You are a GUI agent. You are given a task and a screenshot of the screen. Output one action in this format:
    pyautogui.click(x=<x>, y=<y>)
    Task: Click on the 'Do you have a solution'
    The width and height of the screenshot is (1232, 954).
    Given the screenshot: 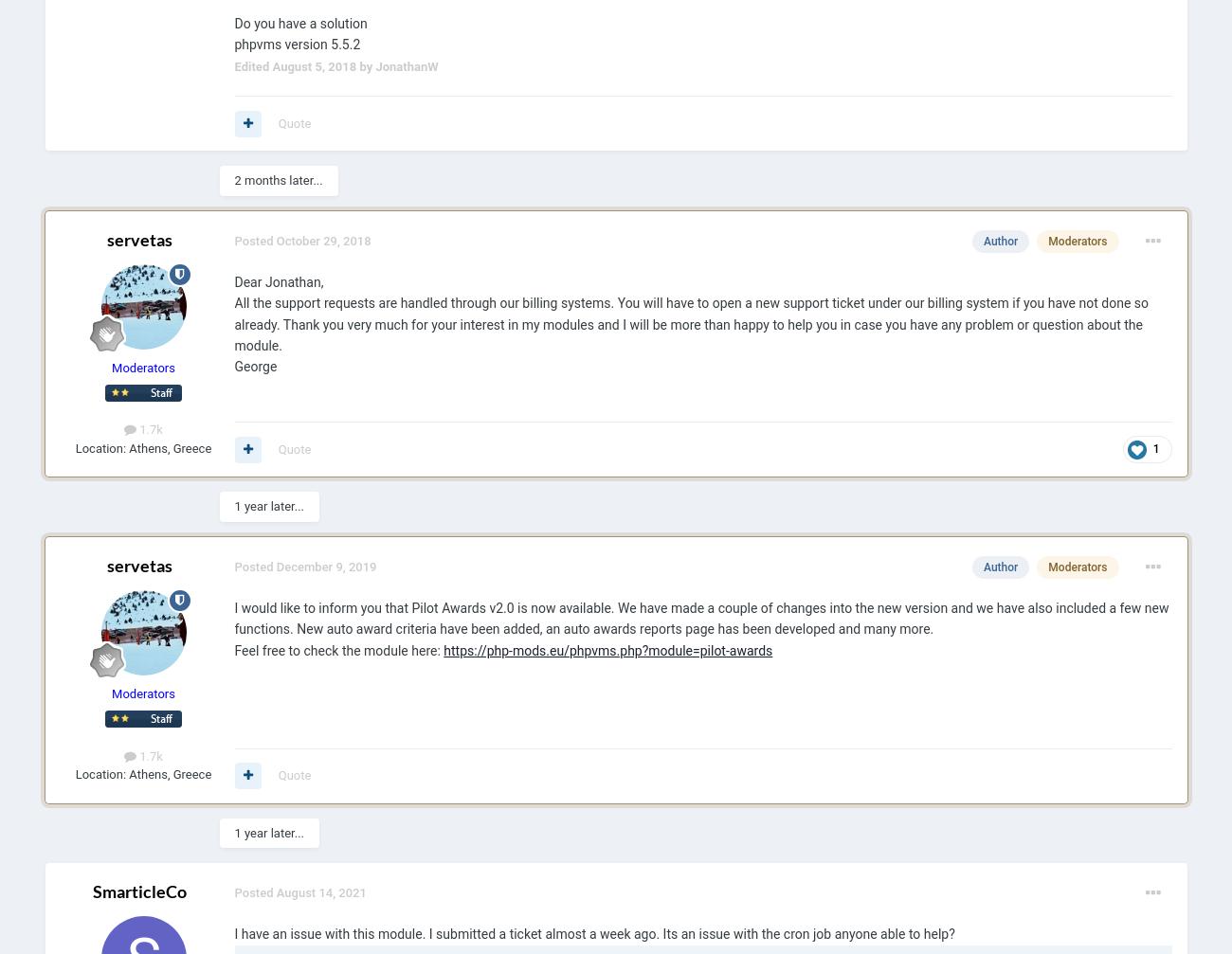 What is the action you would take?
    pyautogui.click(x=299, y=22)
    